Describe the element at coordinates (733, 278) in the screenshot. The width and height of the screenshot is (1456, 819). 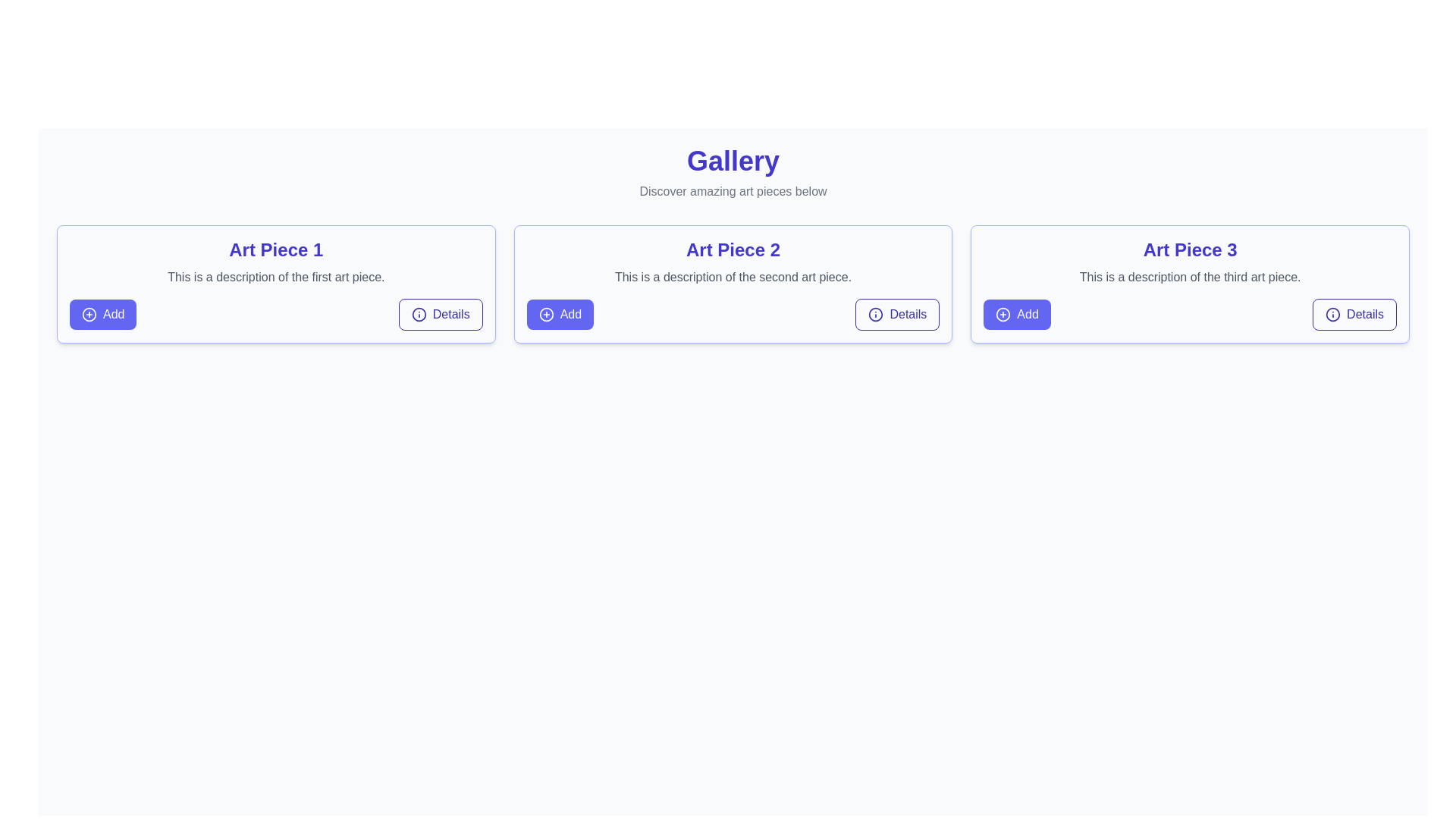
I see `the Text Label located in the center card under the title 'Art Piece 2' and above the buttons 'Add' and 'Details'` at that location.